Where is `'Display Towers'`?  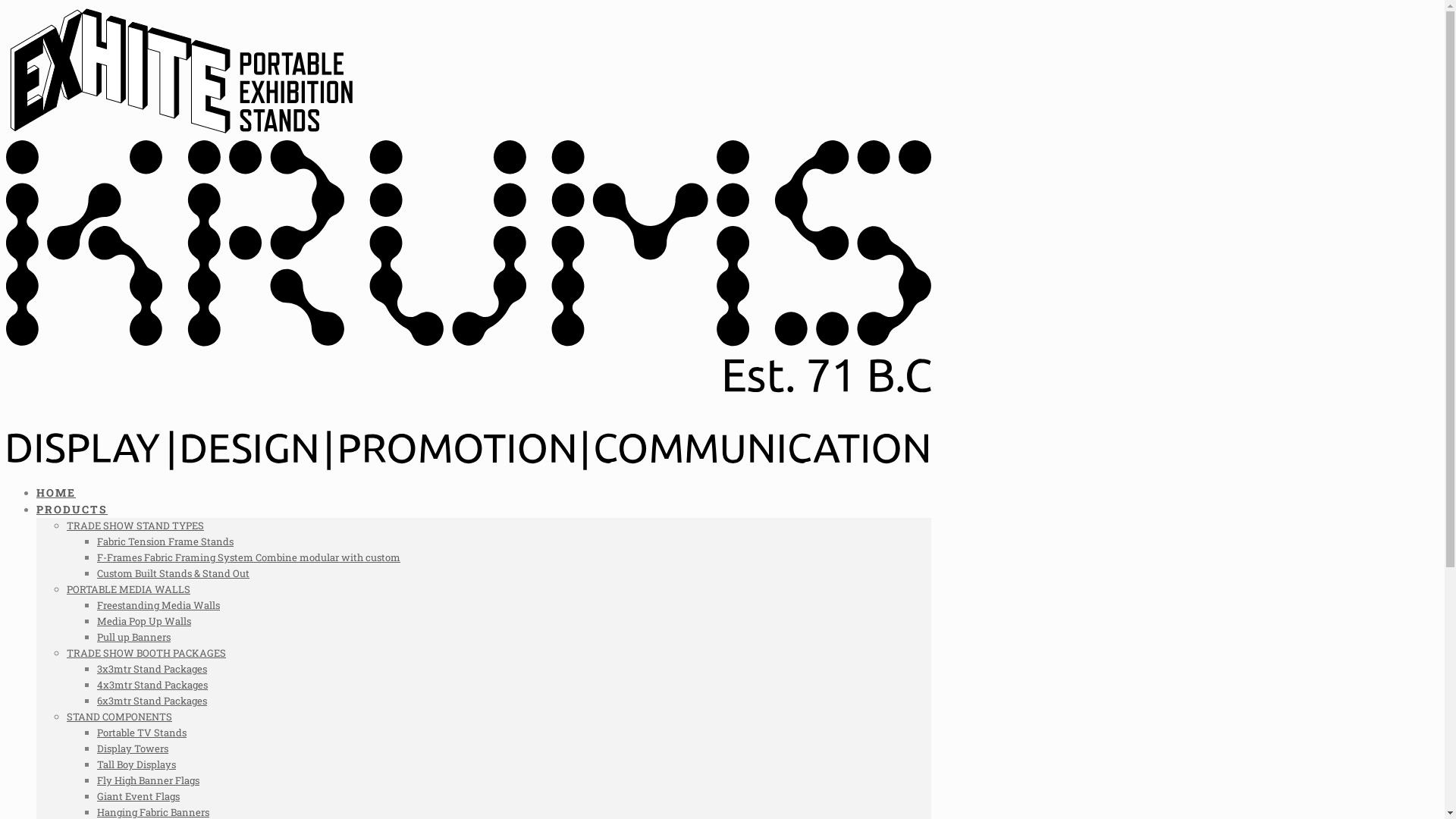
'Display Towers' is located at coordinates (132, 748).